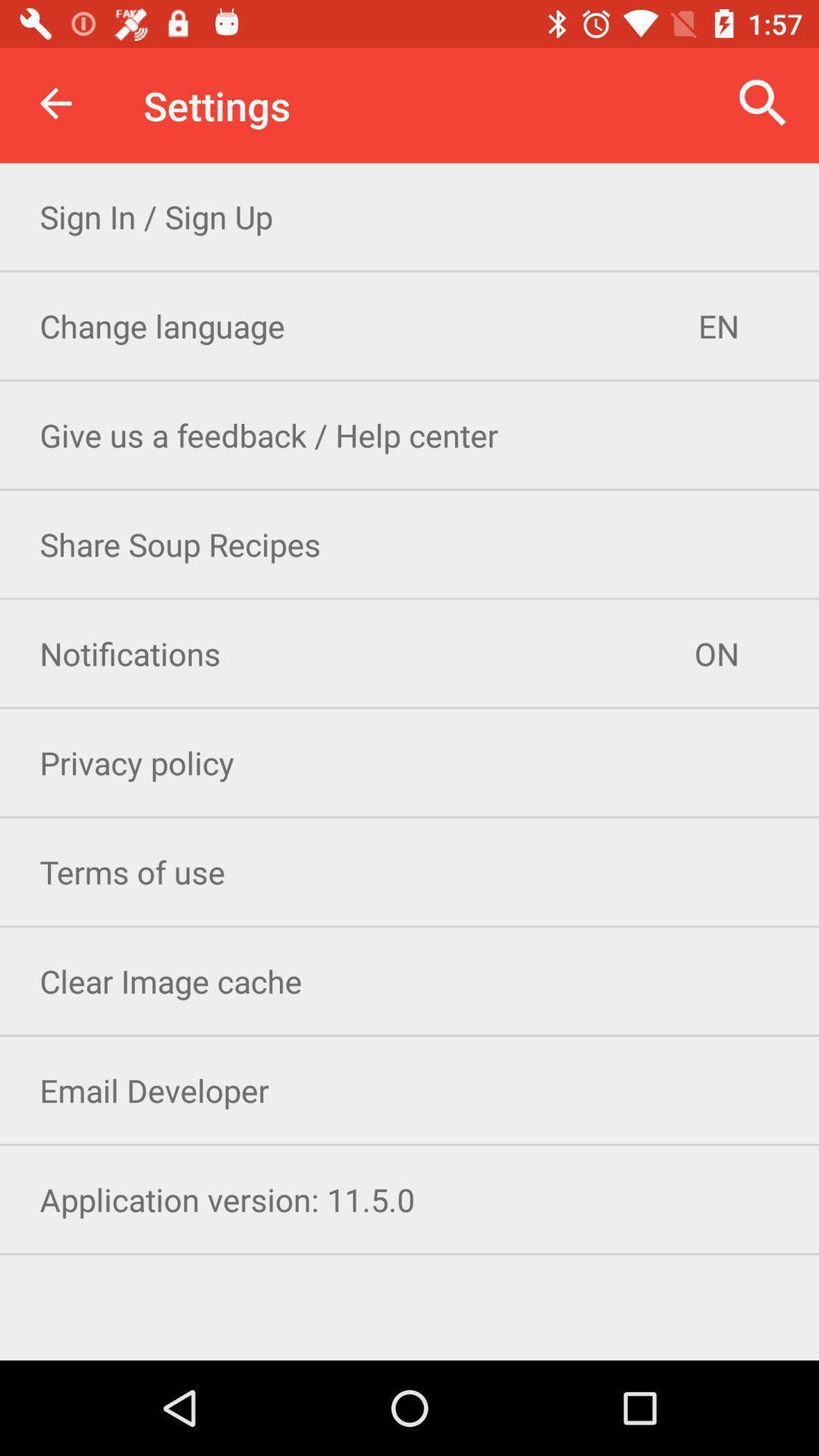  Describe the element at coordinates (409, 871) in the screenshot. I see `the terms of use item` at that location.